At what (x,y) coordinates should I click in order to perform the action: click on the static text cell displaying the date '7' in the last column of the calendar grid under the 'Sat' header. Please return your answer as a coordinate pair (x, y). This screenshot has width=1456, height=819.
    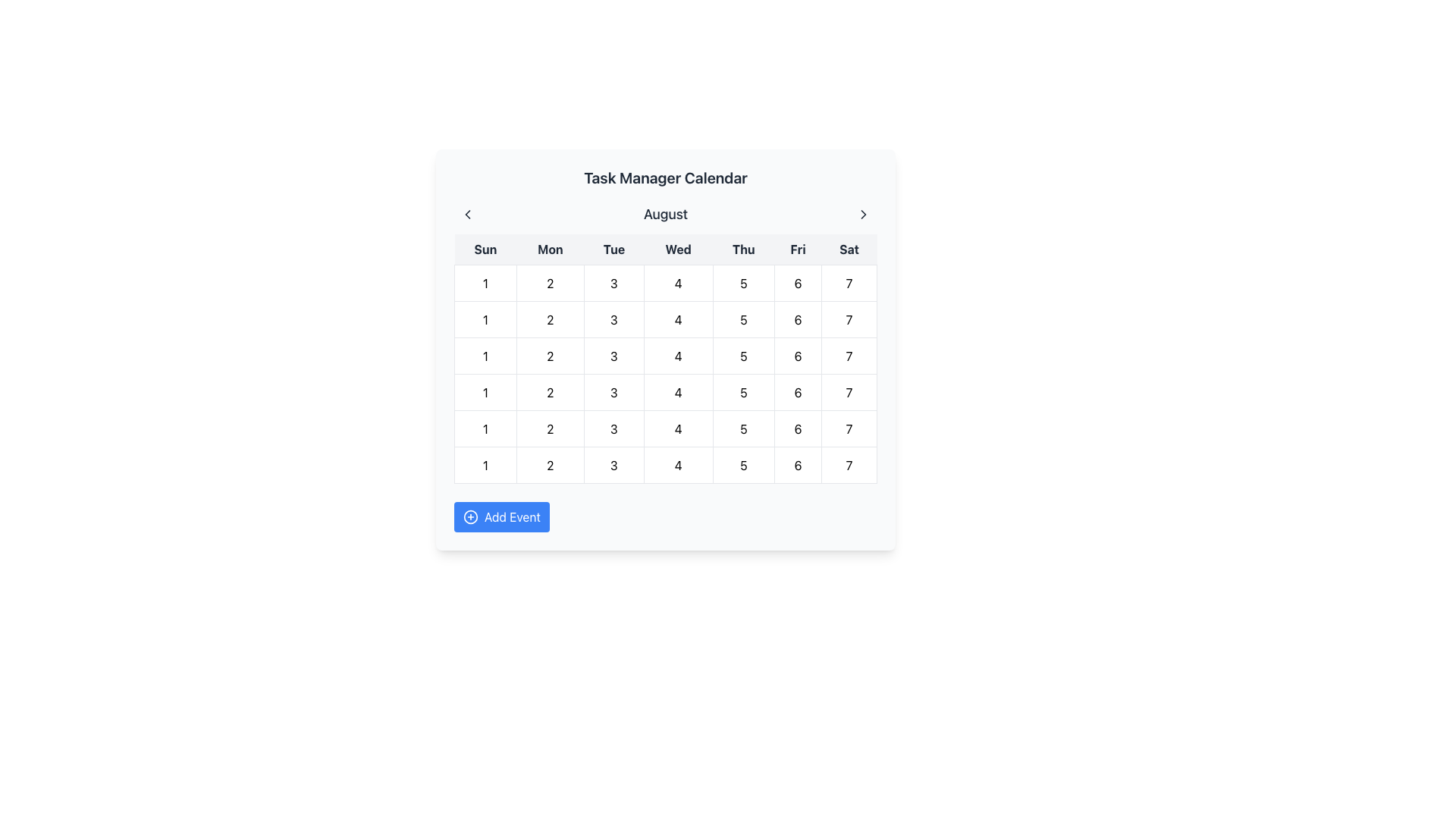
    Looking at the image, I should click on (849, 283).